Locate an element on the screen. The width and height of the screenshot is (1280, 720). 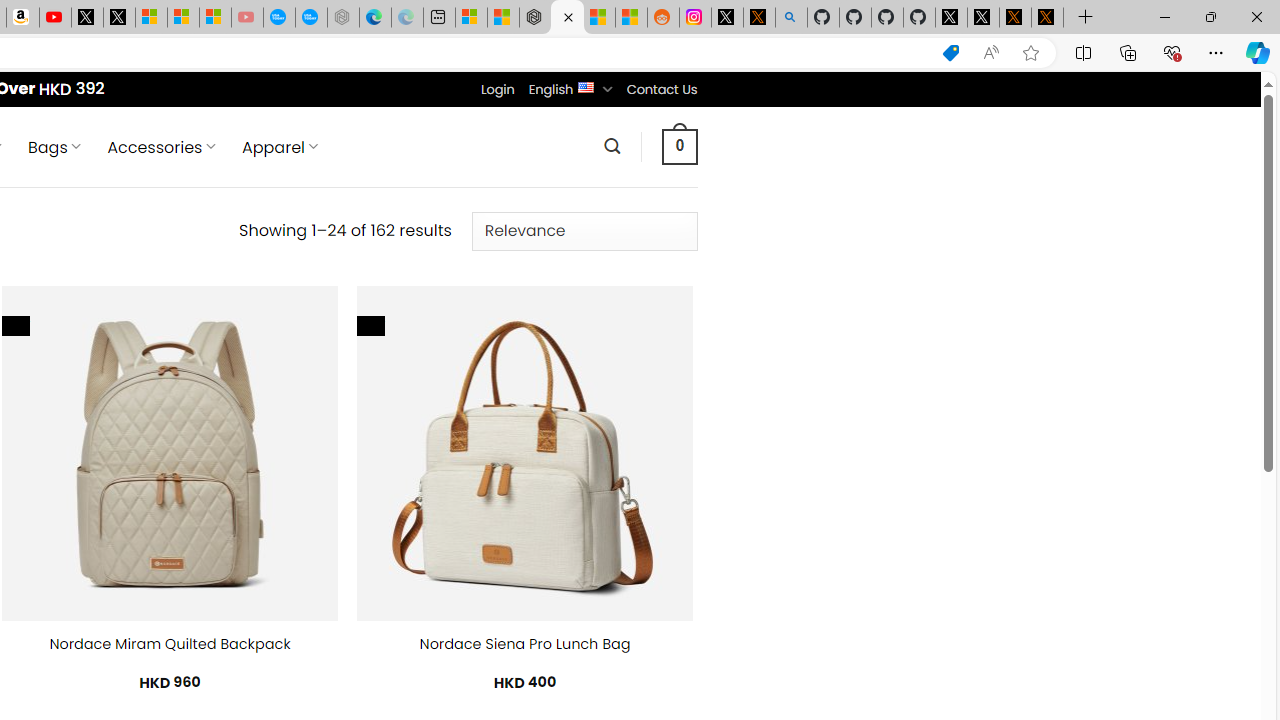
'Close' is located at coordinates (1255, 16).